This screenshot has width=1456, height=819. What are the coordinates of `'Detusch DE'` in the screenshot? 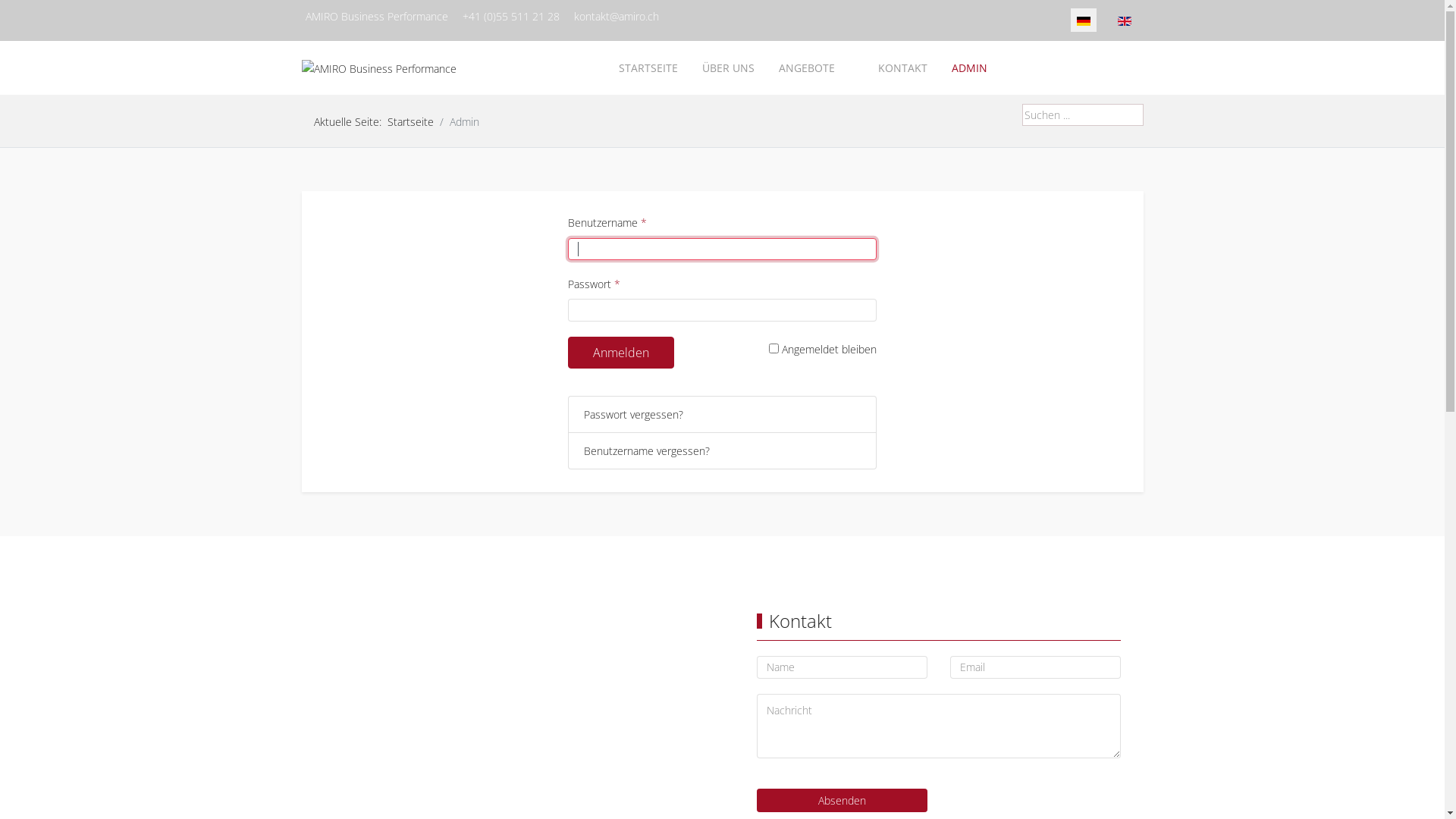 It's located at (1076, 20).